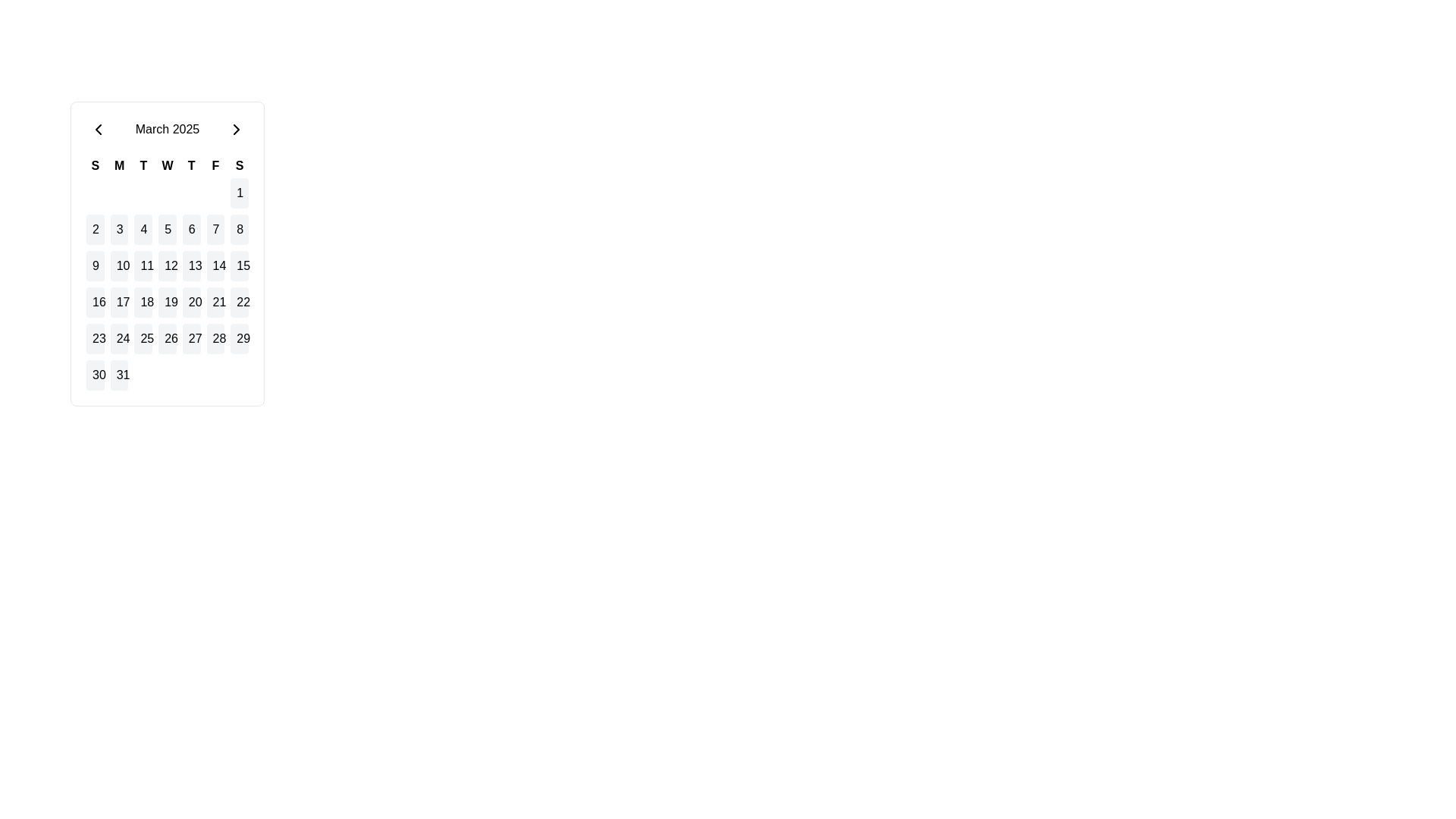 This screenshot has width=1456, height=819. Describe the element at coordinates (239, 338) in the screenshot. I see `the date button '29' in the March 2025 calendar` at that location.